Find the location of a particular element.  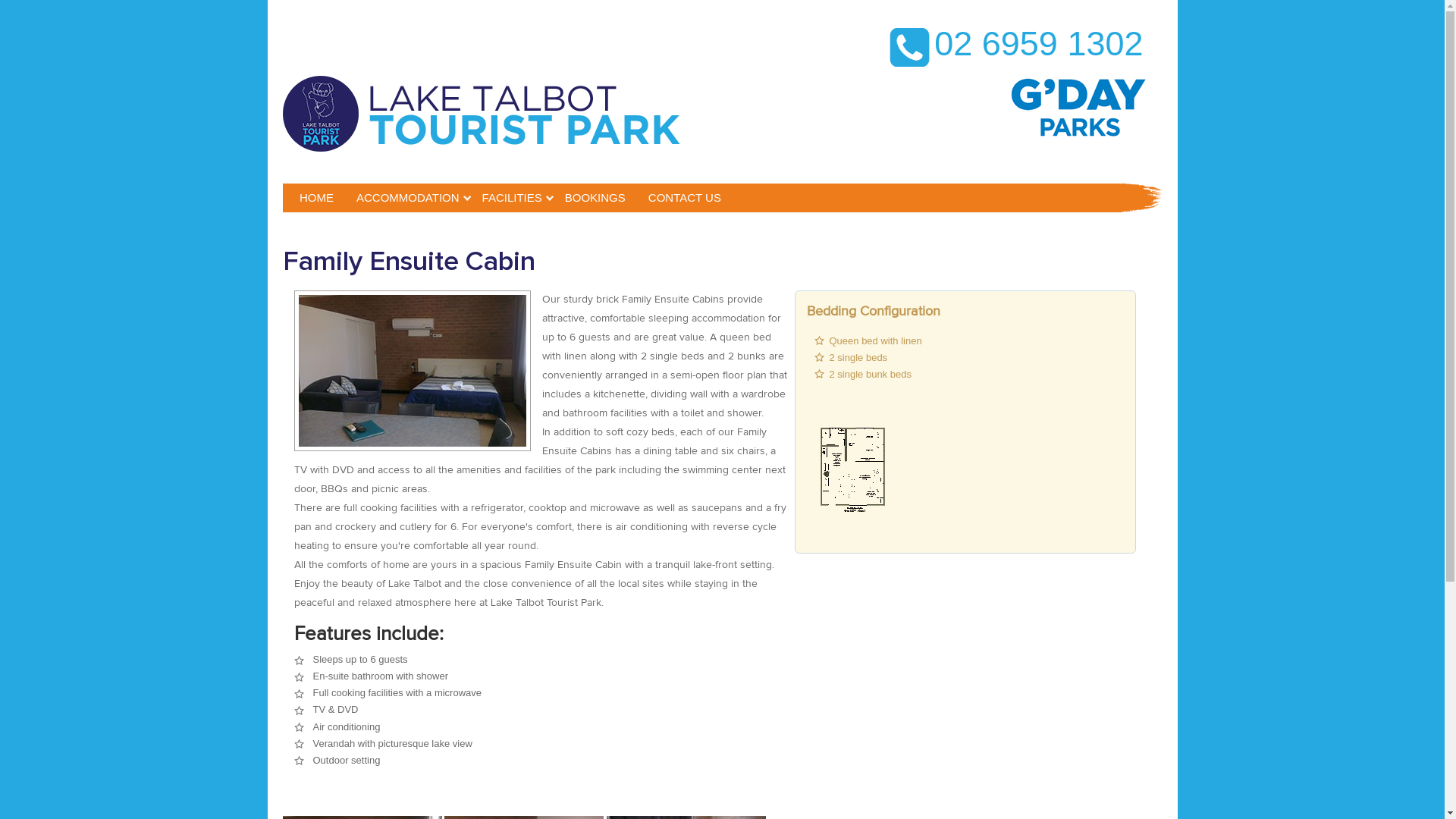

'ACCOMMODATION' is located at coordinates (407, 197).